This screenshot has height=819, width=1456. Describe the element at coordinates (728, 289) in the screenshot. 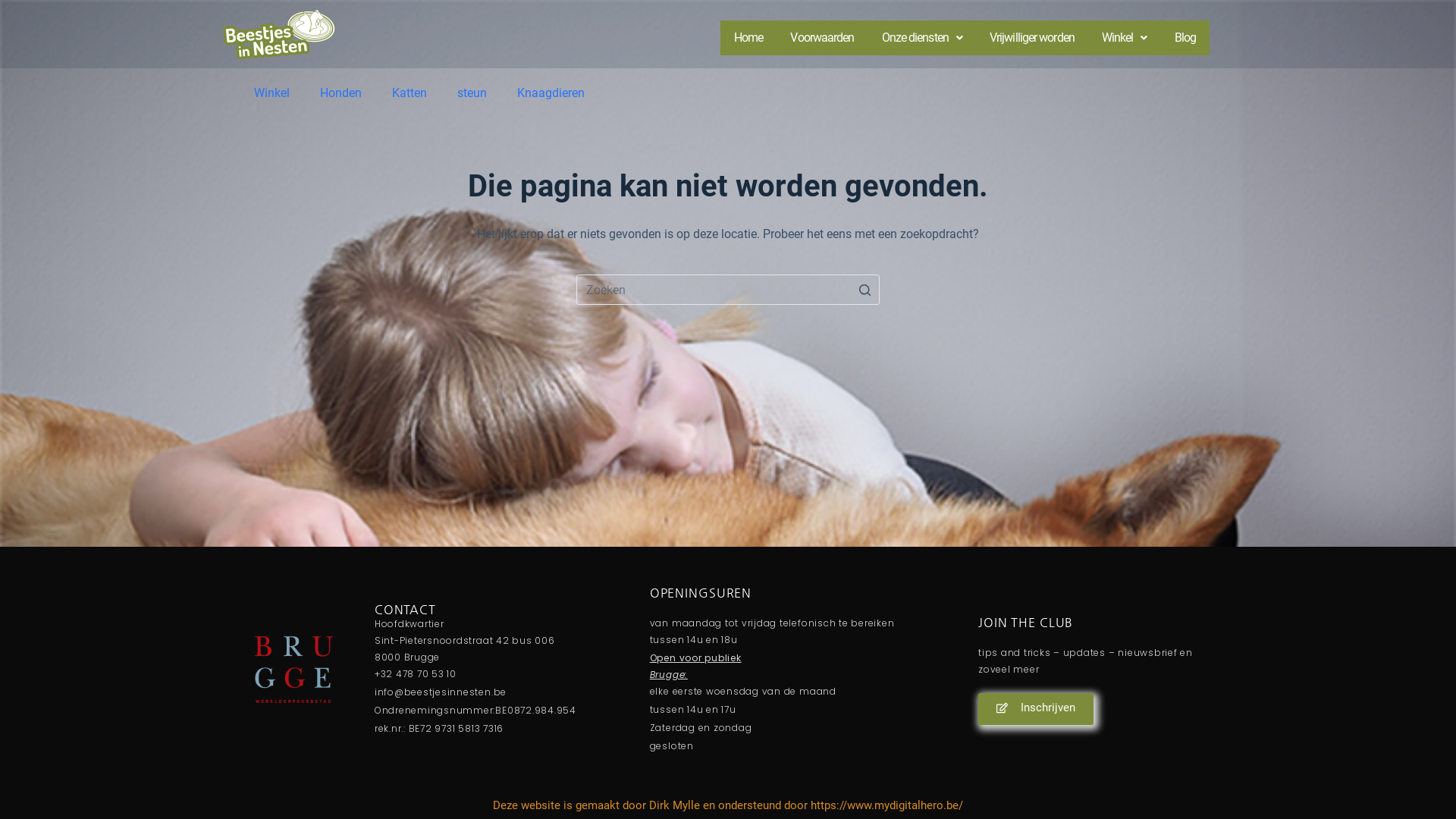

I see `'Zoek naar...'` at that location.